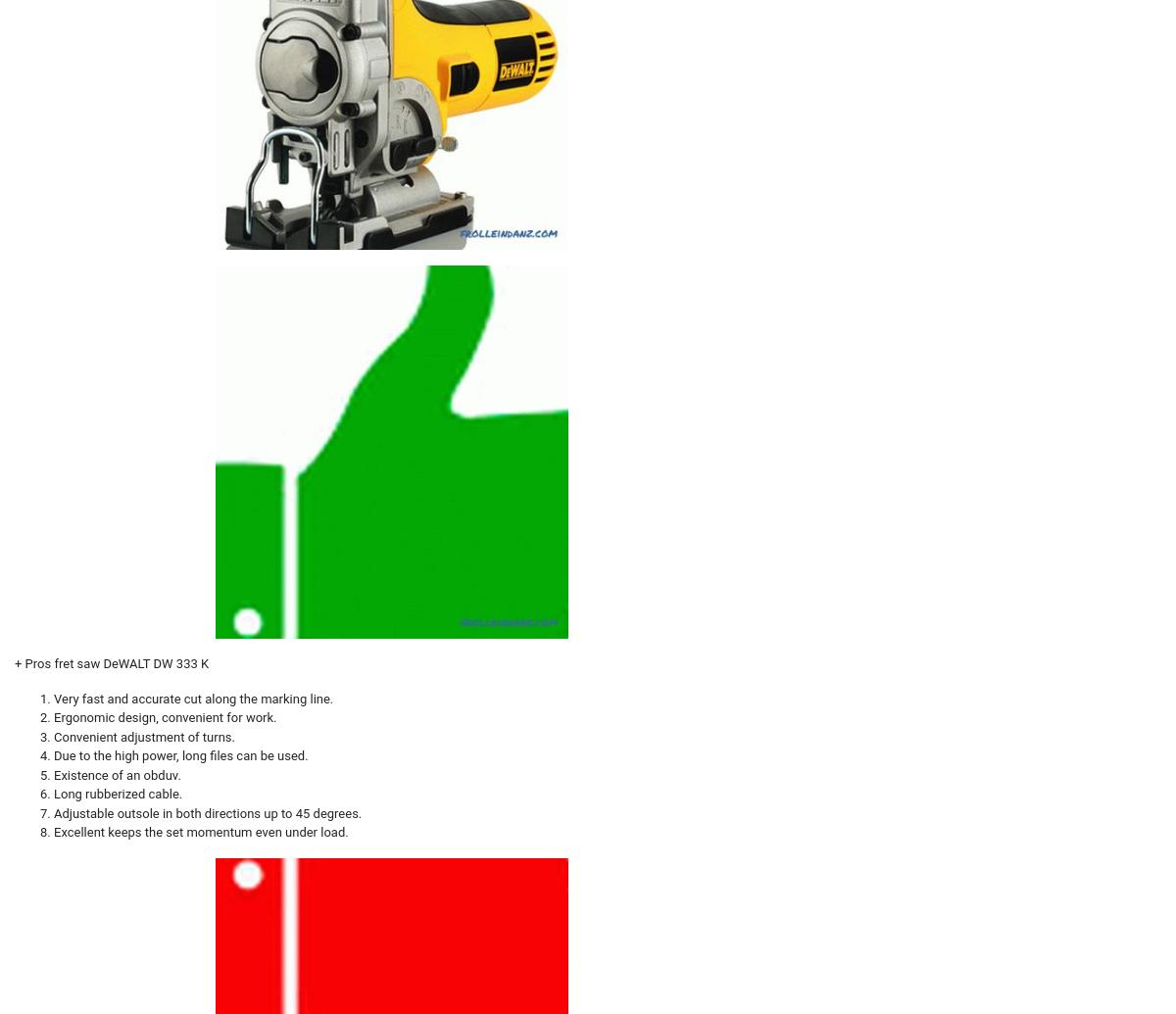 The height and width of the screenshot is (1014, 1176). I want to click on 'Pros fret saw DeWALT DW 333 K', so click(117, 662).